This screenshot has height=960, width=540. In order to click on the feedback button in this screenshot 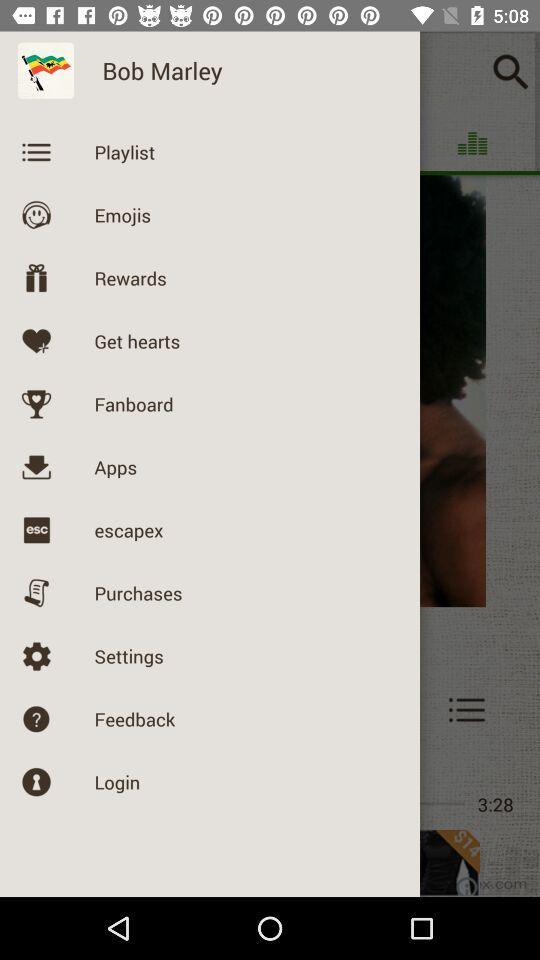, I will do `click(74, 709)`.